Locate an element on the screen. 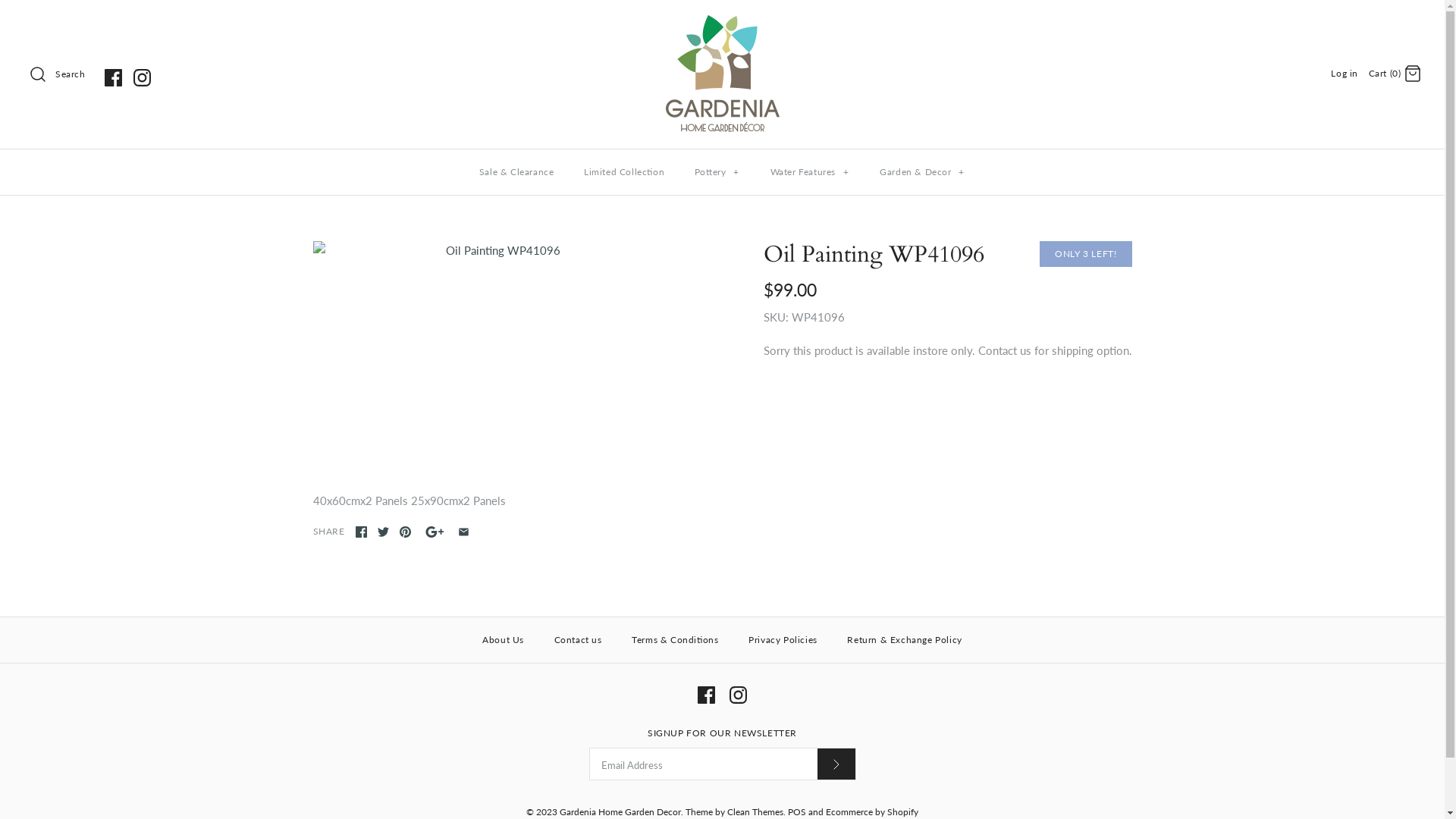 The width and height of the screenshot is (1456, 819). 'Return & Exchange Policy' is located at coordinates (833, 640).